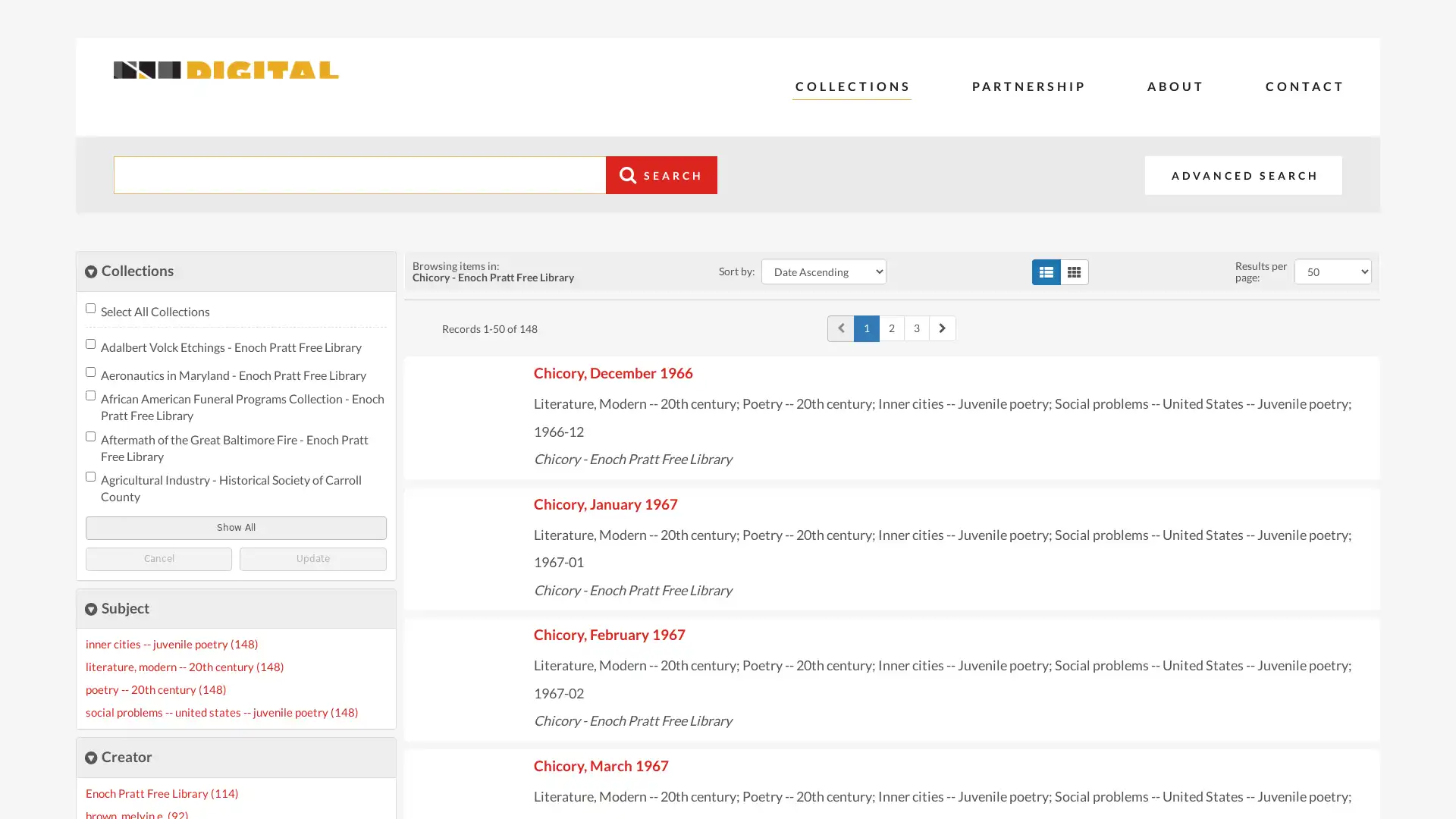 The height and width of the screenshot is (819, 1456). Describe the element at coordinates (892, 327) in the screenshot. I see `Page 2` at that location.